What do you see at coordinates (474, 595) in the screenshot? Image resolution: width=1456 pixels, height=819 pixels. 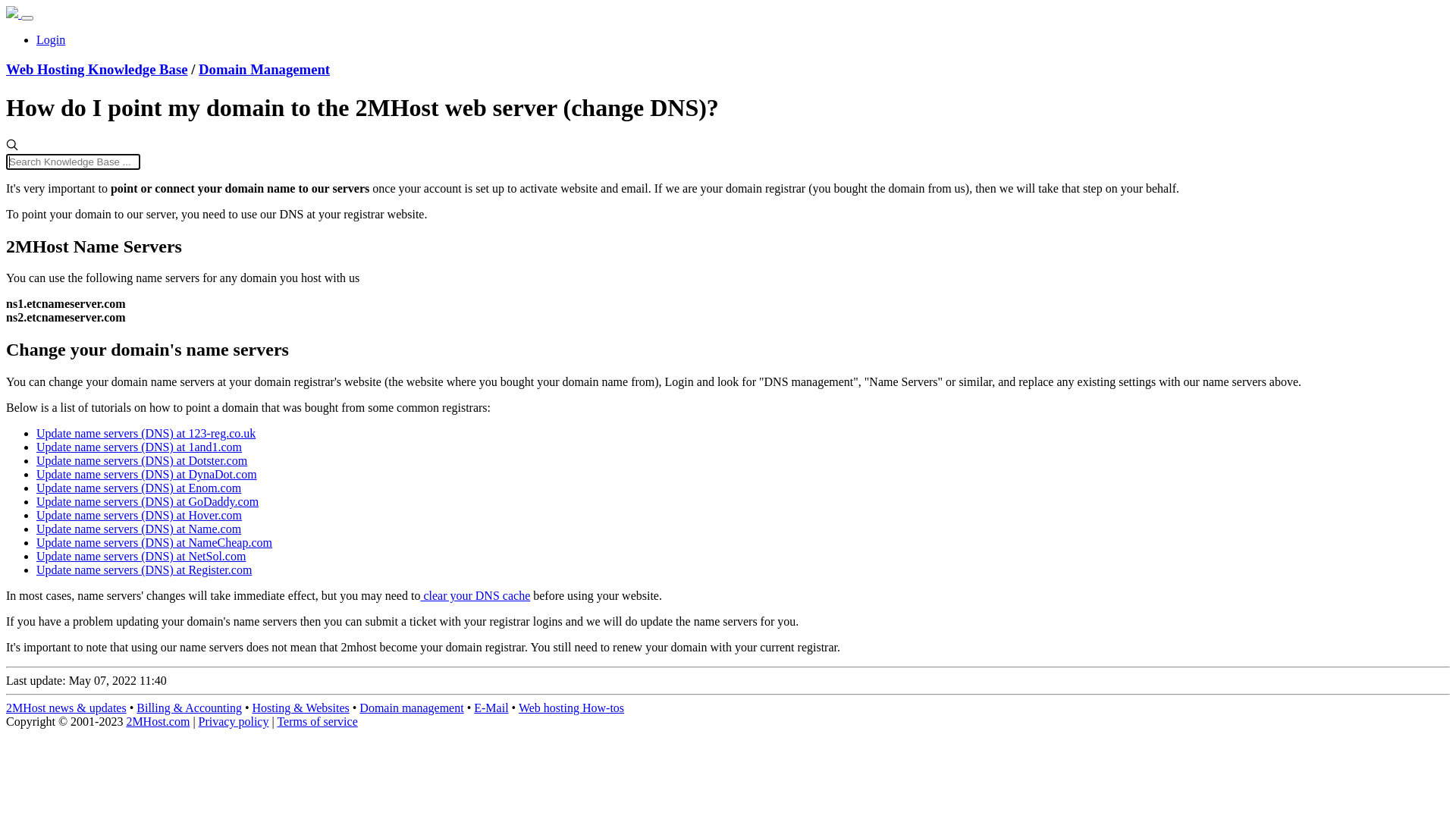 I see `'clear your DNS cache'` at bounding box center [474, 595].